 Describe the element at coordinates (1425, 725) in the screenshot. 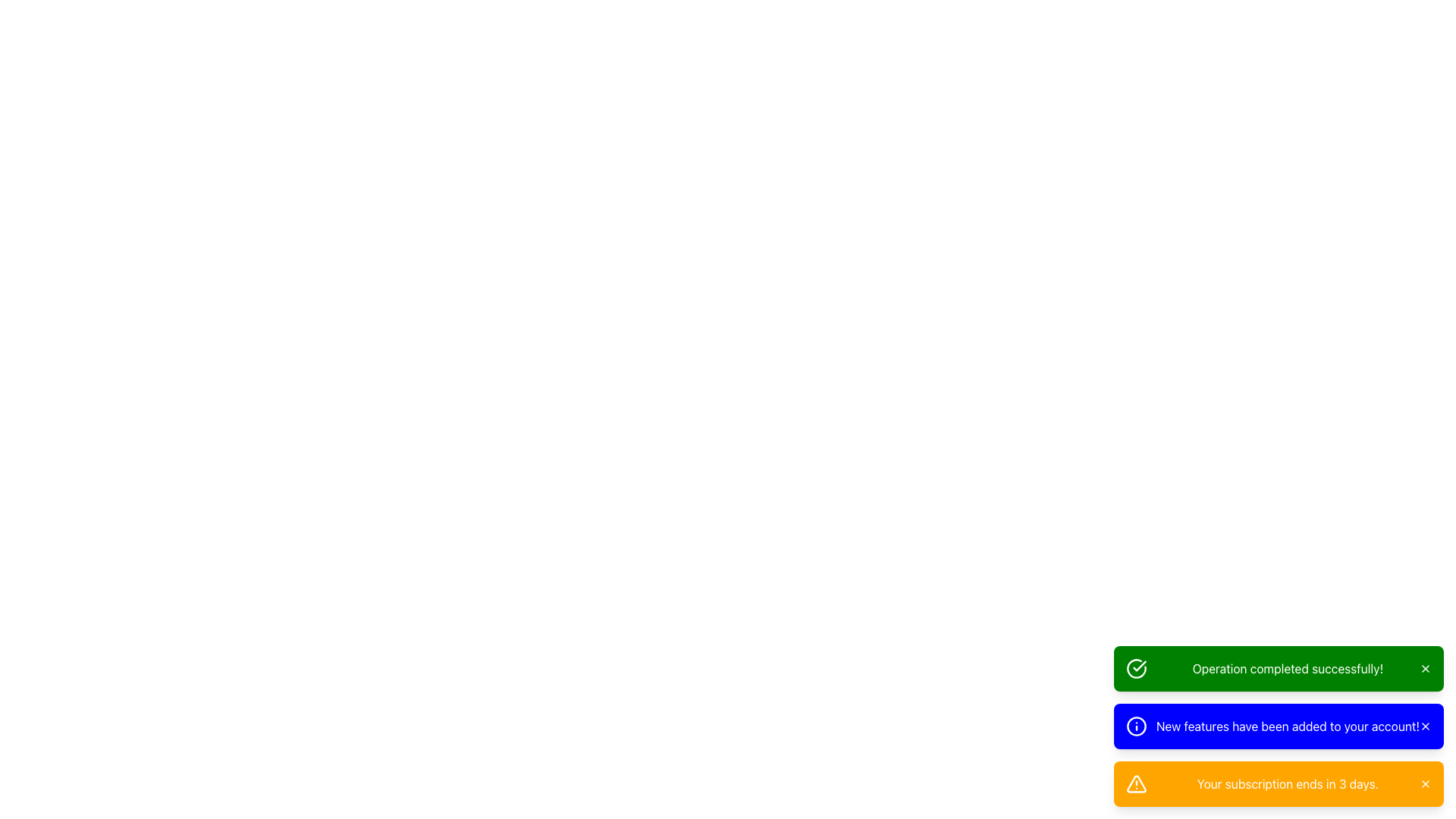

I see `the Icon button located at the top-right corner of the blue notification card` at that location.